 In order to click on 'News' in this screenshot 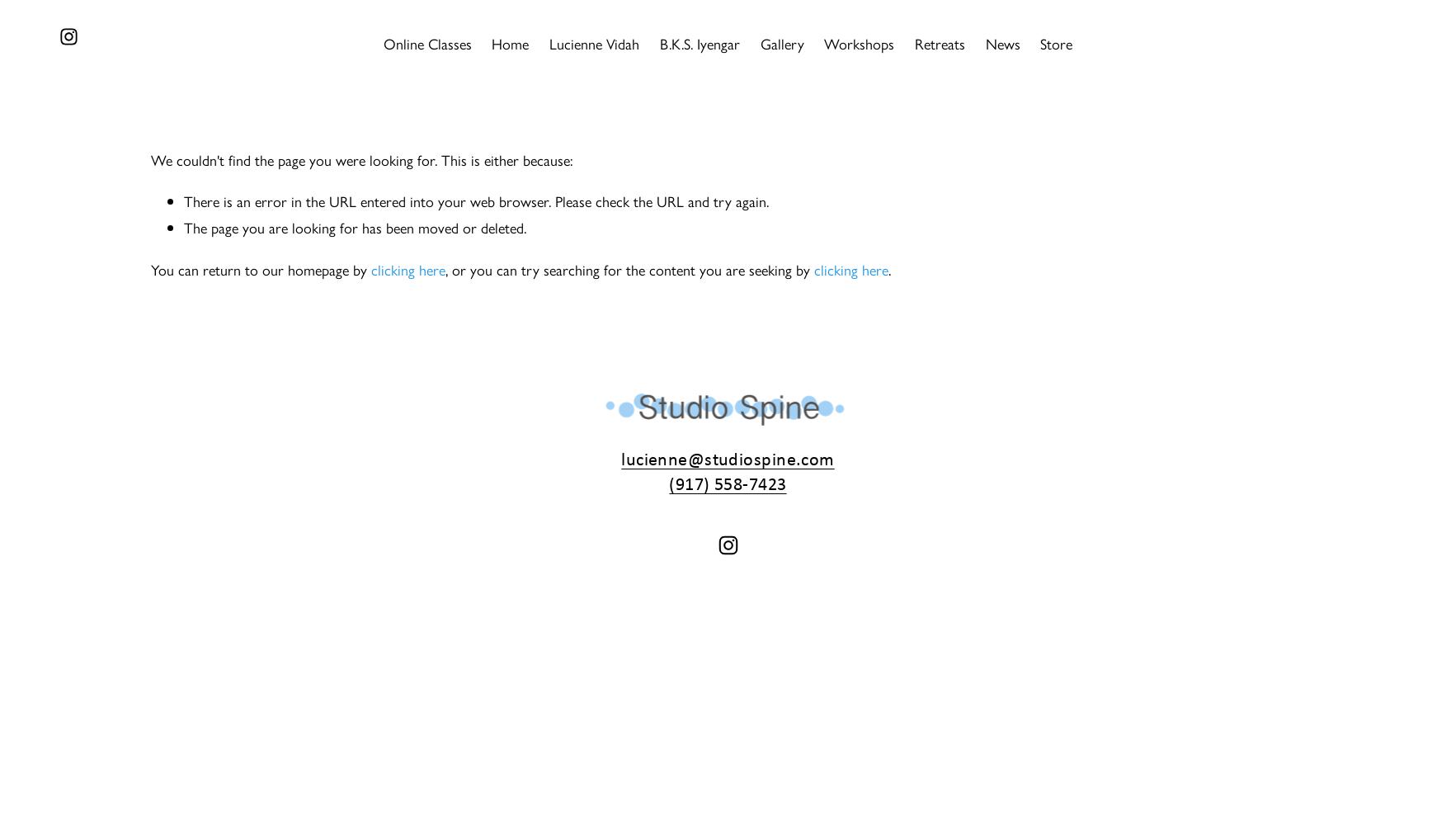, I will do `click(1002, 43)`.